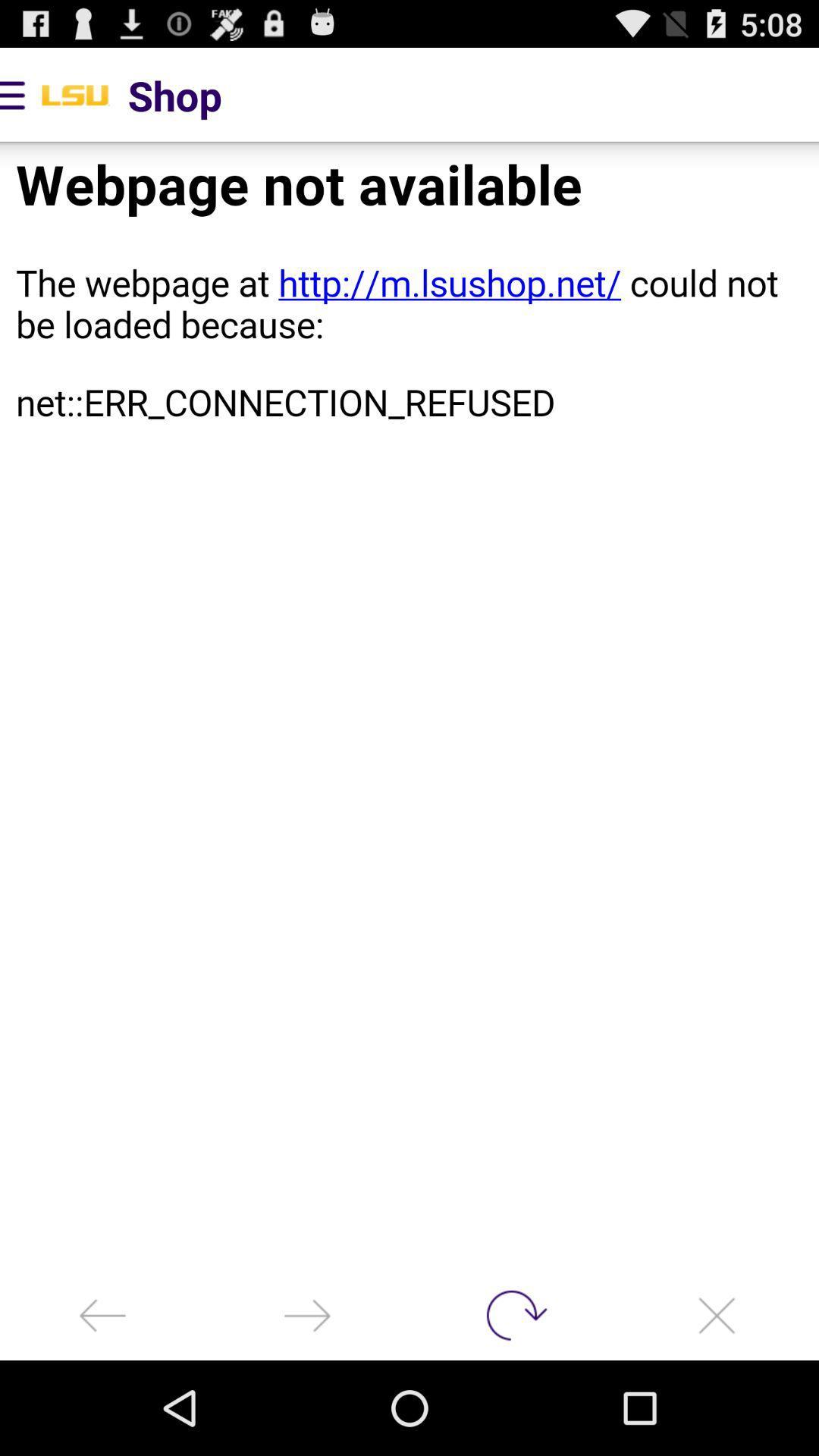  Describe the element at coordinates (409, 706) in the screenshot. I see `website page` at that location.